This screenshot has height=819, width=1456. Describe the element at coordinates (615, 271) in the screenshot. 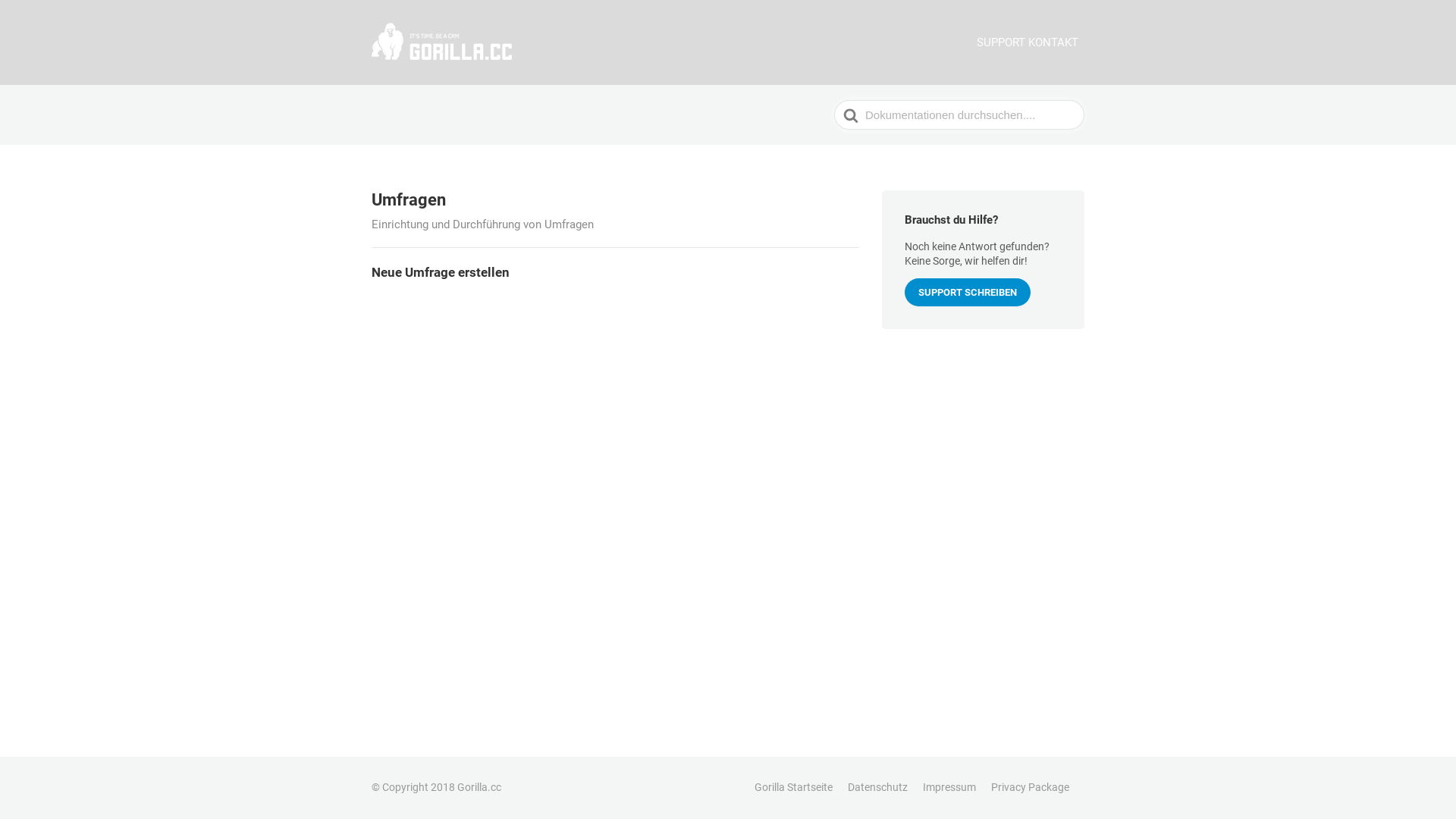

I see `'Neue Umfrage erstellen'` at that location.